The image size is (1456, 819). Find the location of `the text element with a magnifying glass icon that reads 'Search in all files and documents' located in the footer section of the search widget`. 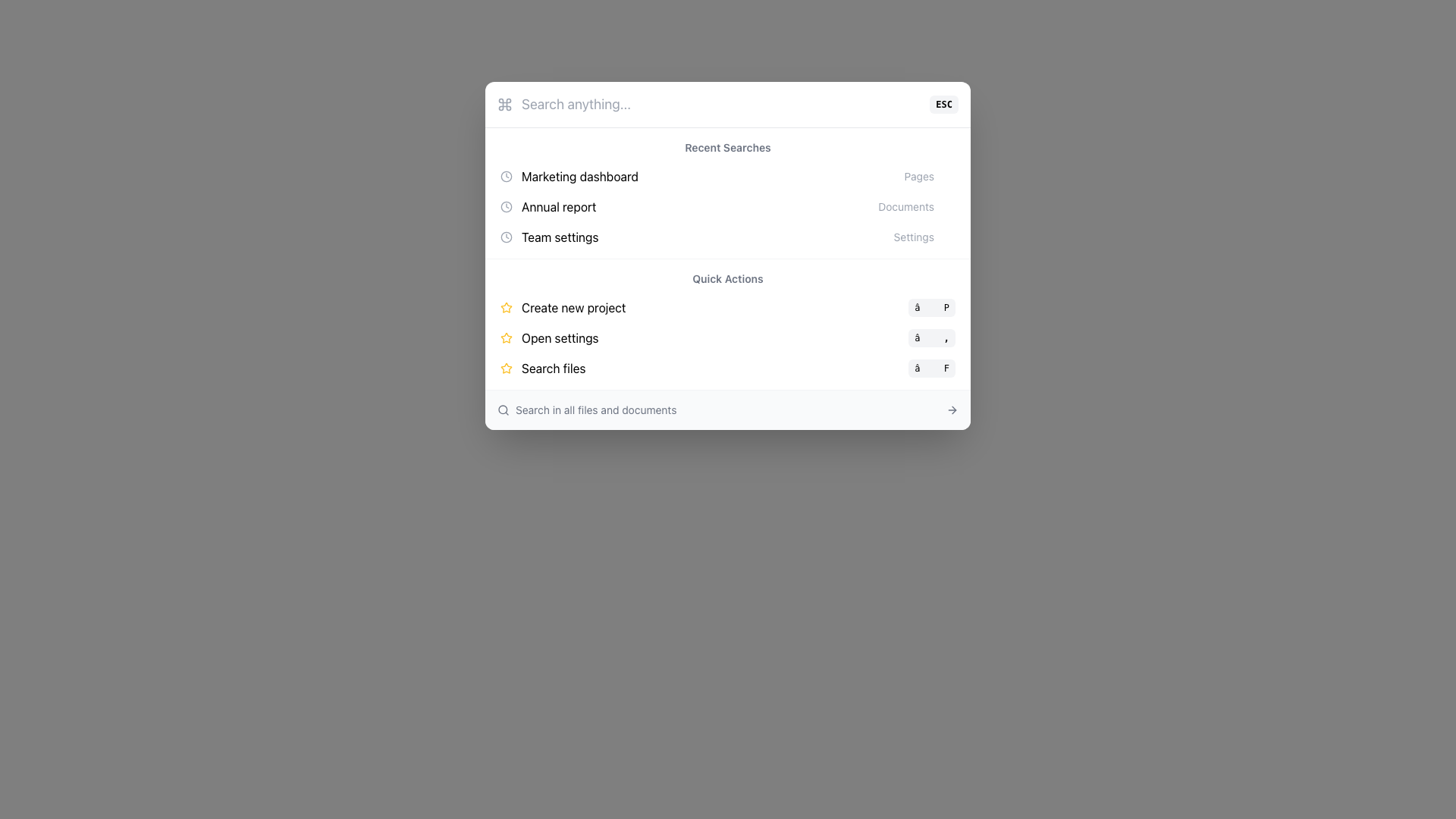

the text element with a magnifying glass icon that reads 'Search in all files and documents' located in the footer section of the search widget is located at coordinates (586, 409).